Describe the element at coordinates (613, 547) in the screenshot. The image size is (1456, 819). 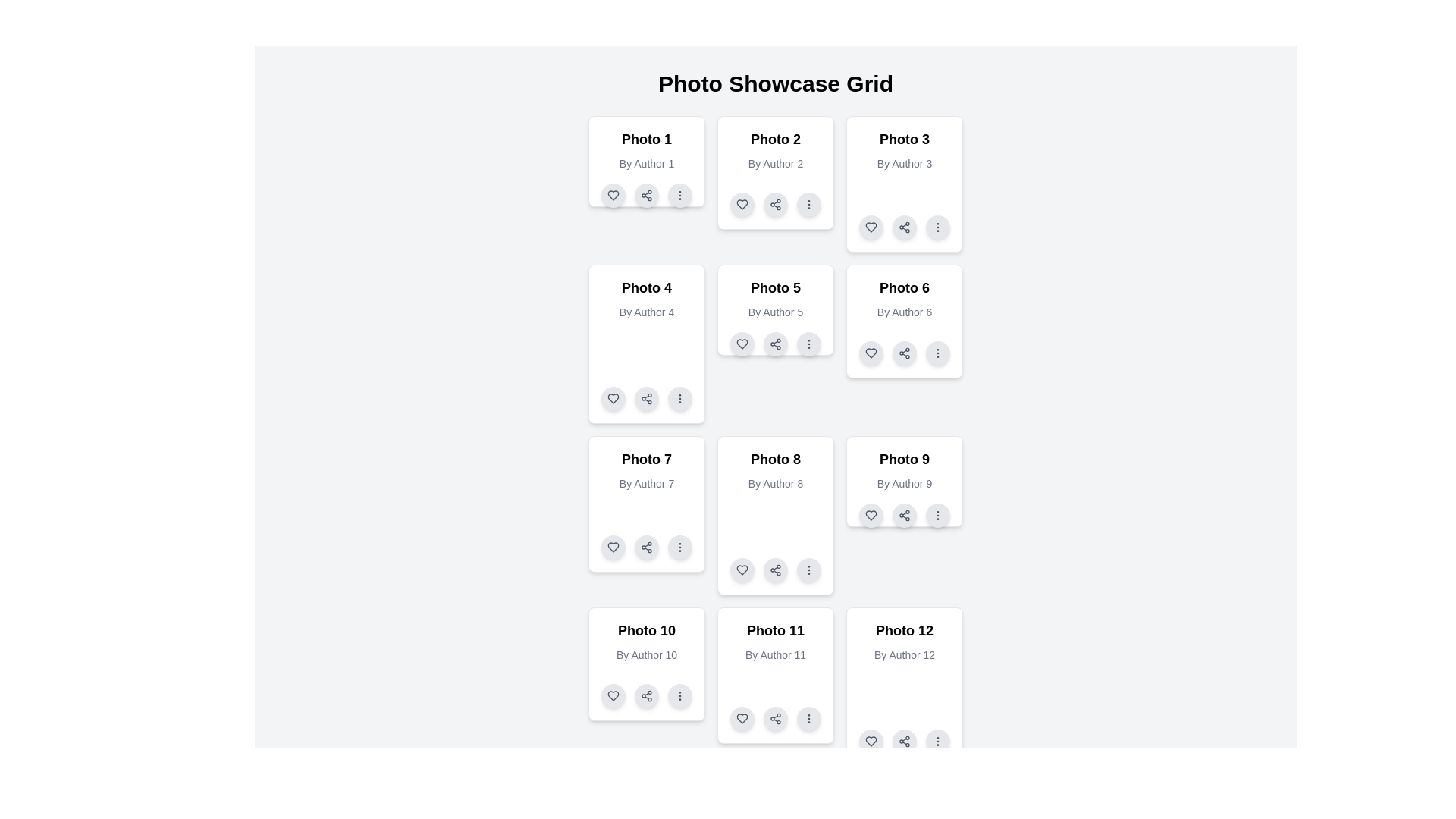
I see `the heart-shaped icon within the 'Photo 7' interactive card in the 'Photo Showcase Grid'` at that location.